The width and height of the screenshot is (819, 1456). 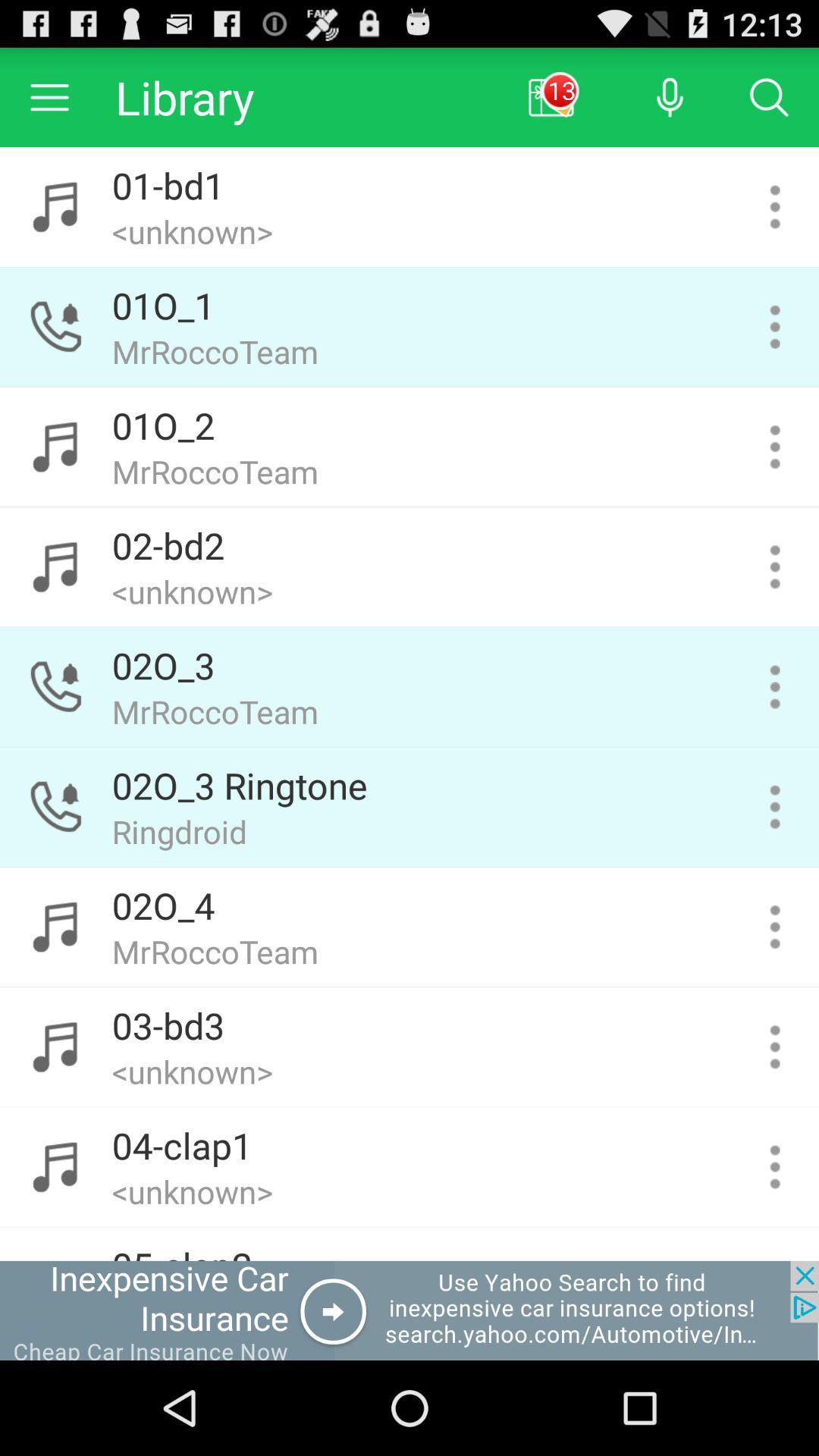 I want to click on more information, so click(x=775, y=686).